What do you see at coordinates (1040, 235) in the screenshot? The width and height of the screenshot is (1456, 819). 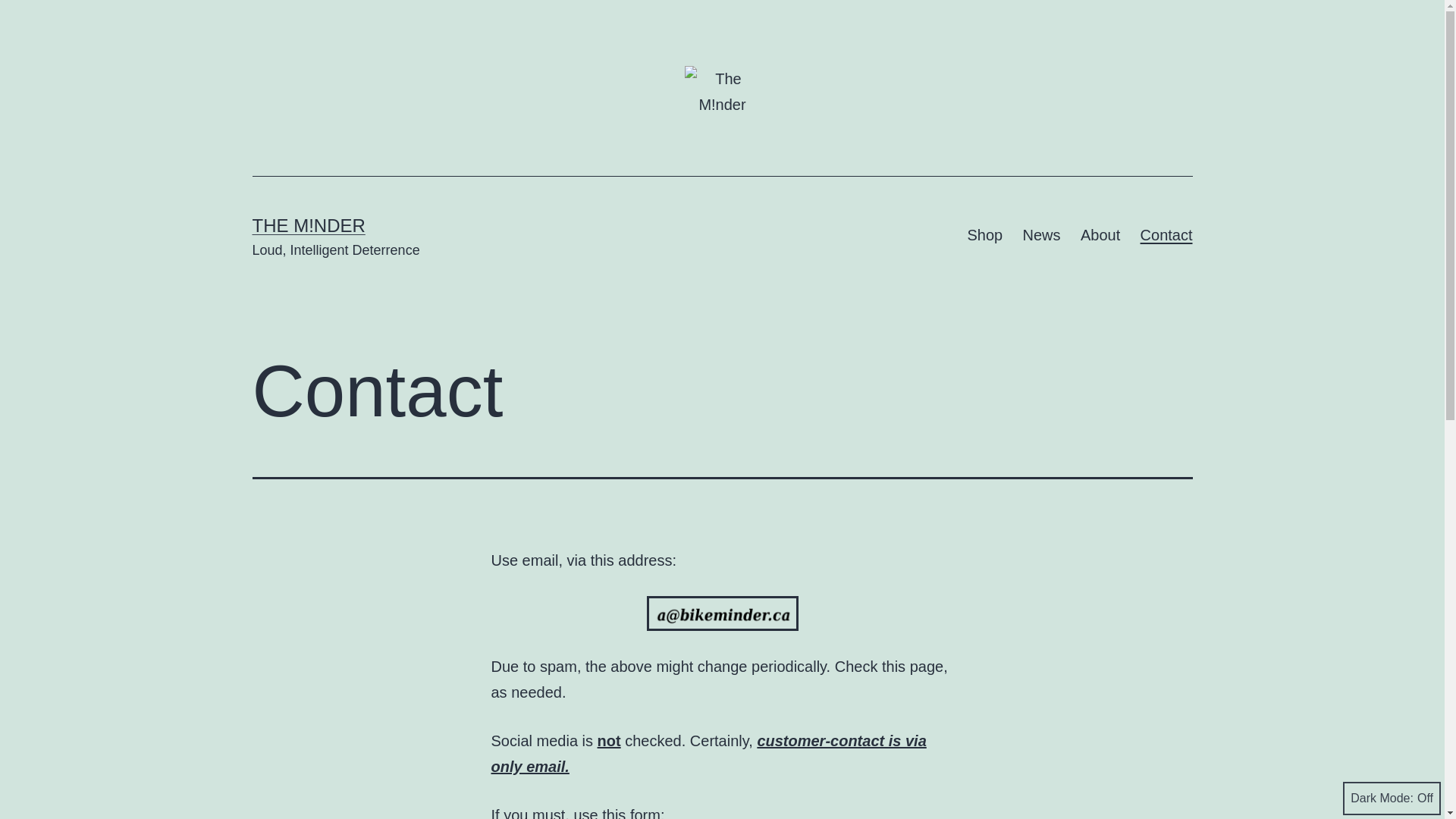 I see `'News'` at bounding box center [1040, 235].